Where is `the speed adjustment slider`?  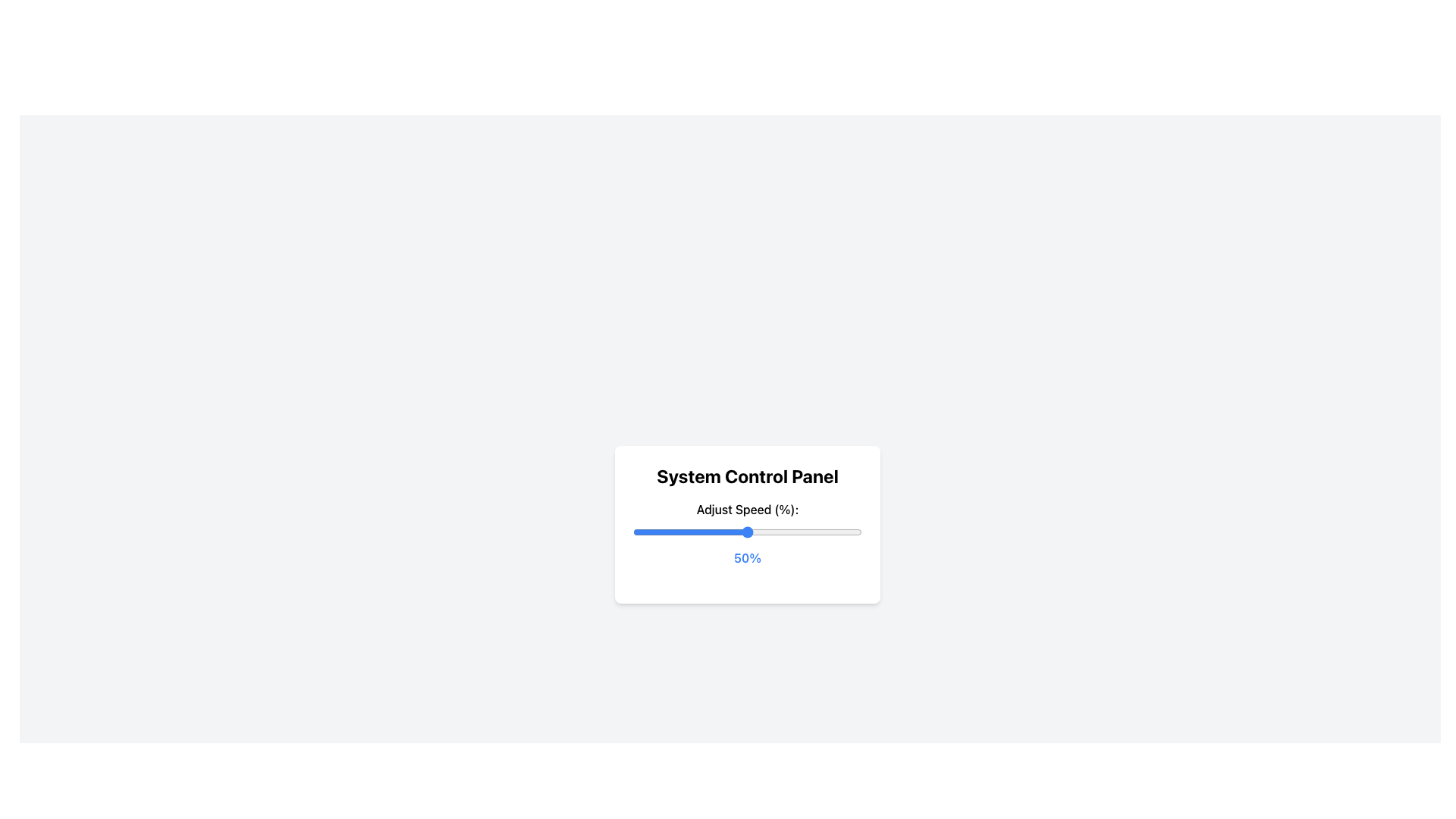
the speed adjustment slider is located at coordinates (698, 532).